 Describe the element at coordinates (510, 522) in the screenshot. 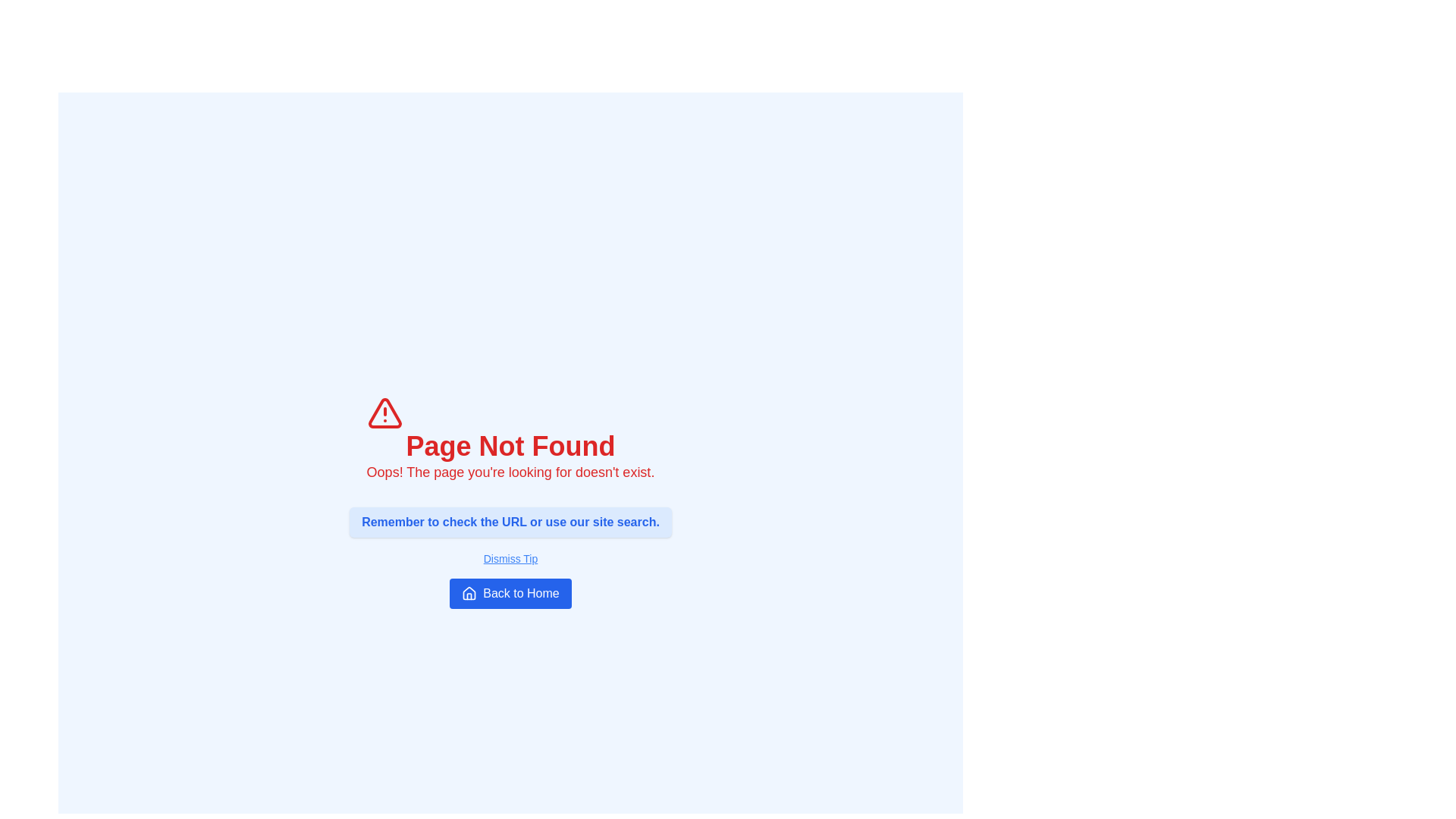

I see `the text box with a light blue background that says 'Remember to check the URL or use our site search.' This box is located below the 'Page Not Found' header and above the 'Dismiss Tip' link` at that location.